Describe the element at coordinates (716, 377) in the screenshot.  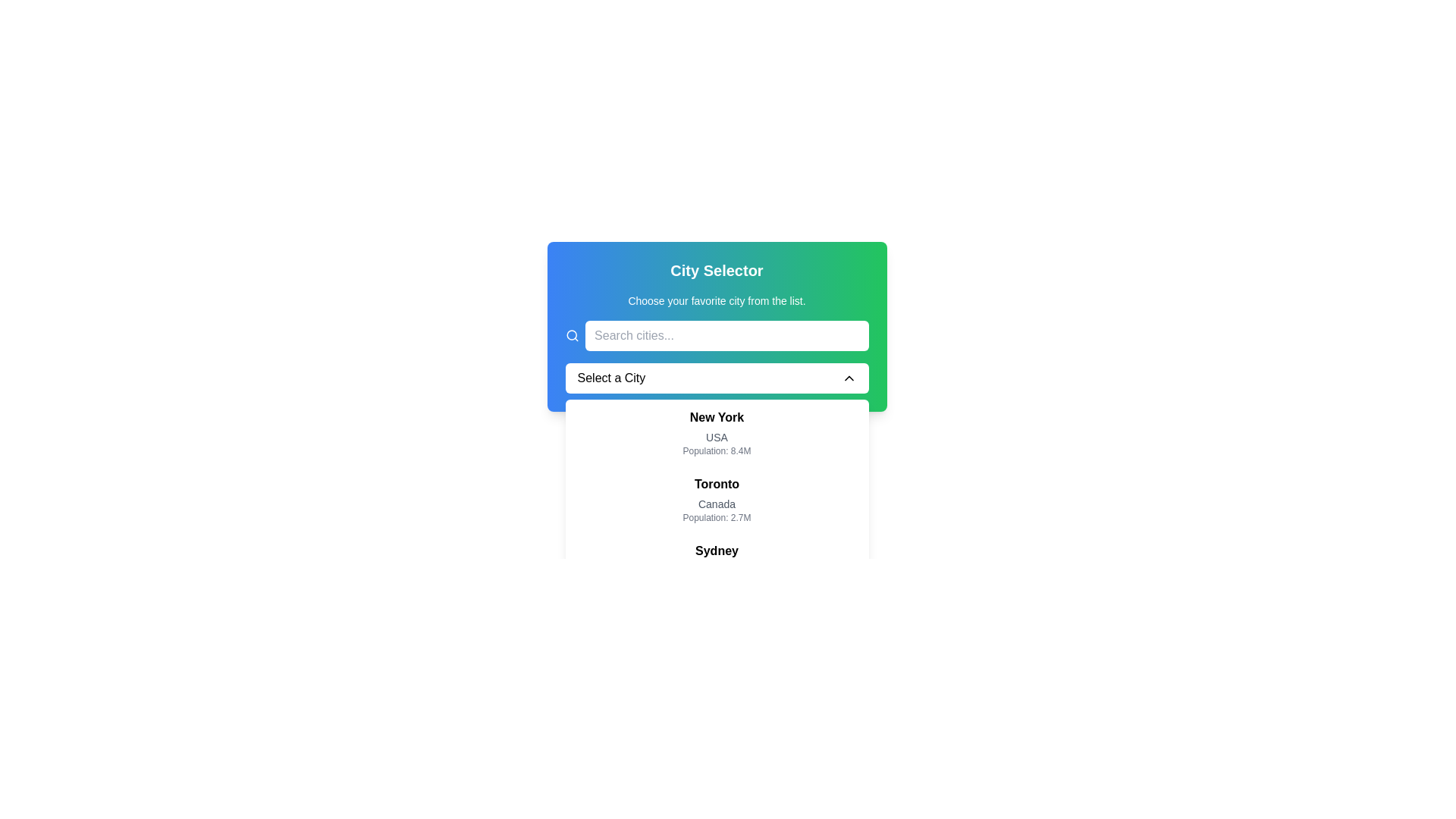
I see `the dropdown menu for city selection, positioned below the search bar and above the list of cities` at that location.